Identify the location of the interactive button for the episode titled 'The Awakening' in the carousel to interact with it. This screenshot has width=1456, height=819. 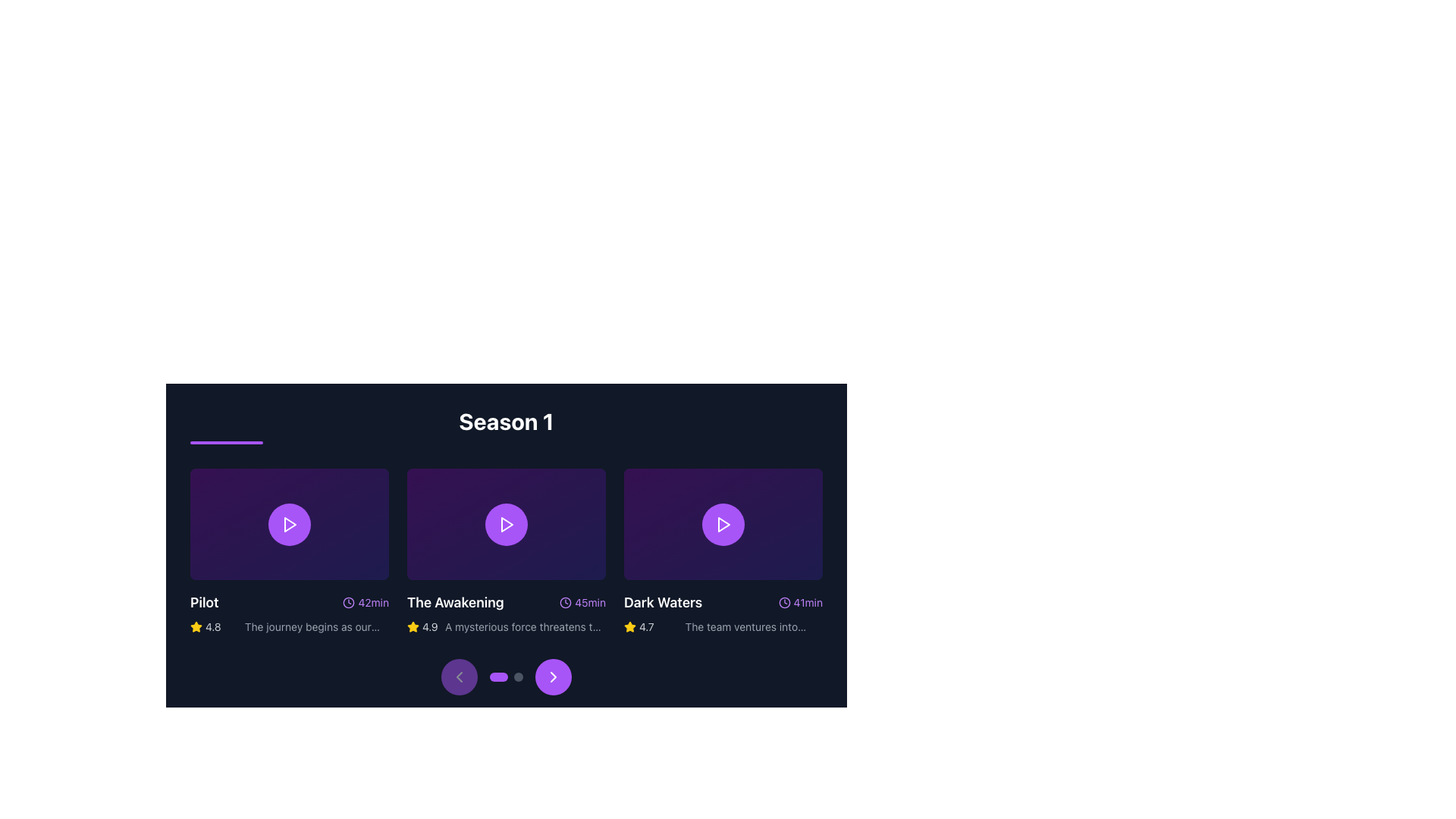
(506, 522).